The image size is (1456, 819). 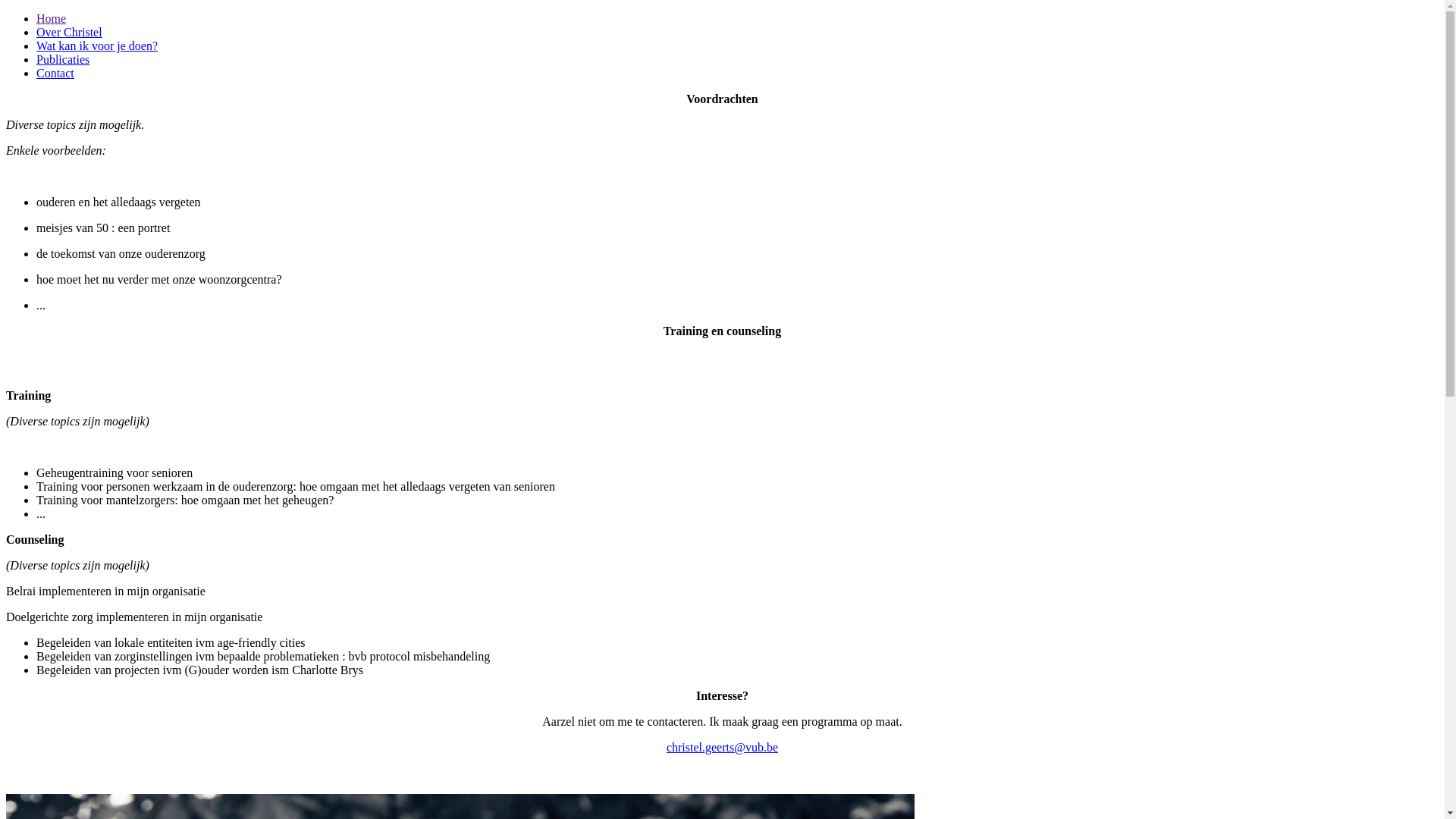 What do you see at coordinates (61, 58) in the screenshot?
I see `'Publicaties'` at bounding box center [61, 58].